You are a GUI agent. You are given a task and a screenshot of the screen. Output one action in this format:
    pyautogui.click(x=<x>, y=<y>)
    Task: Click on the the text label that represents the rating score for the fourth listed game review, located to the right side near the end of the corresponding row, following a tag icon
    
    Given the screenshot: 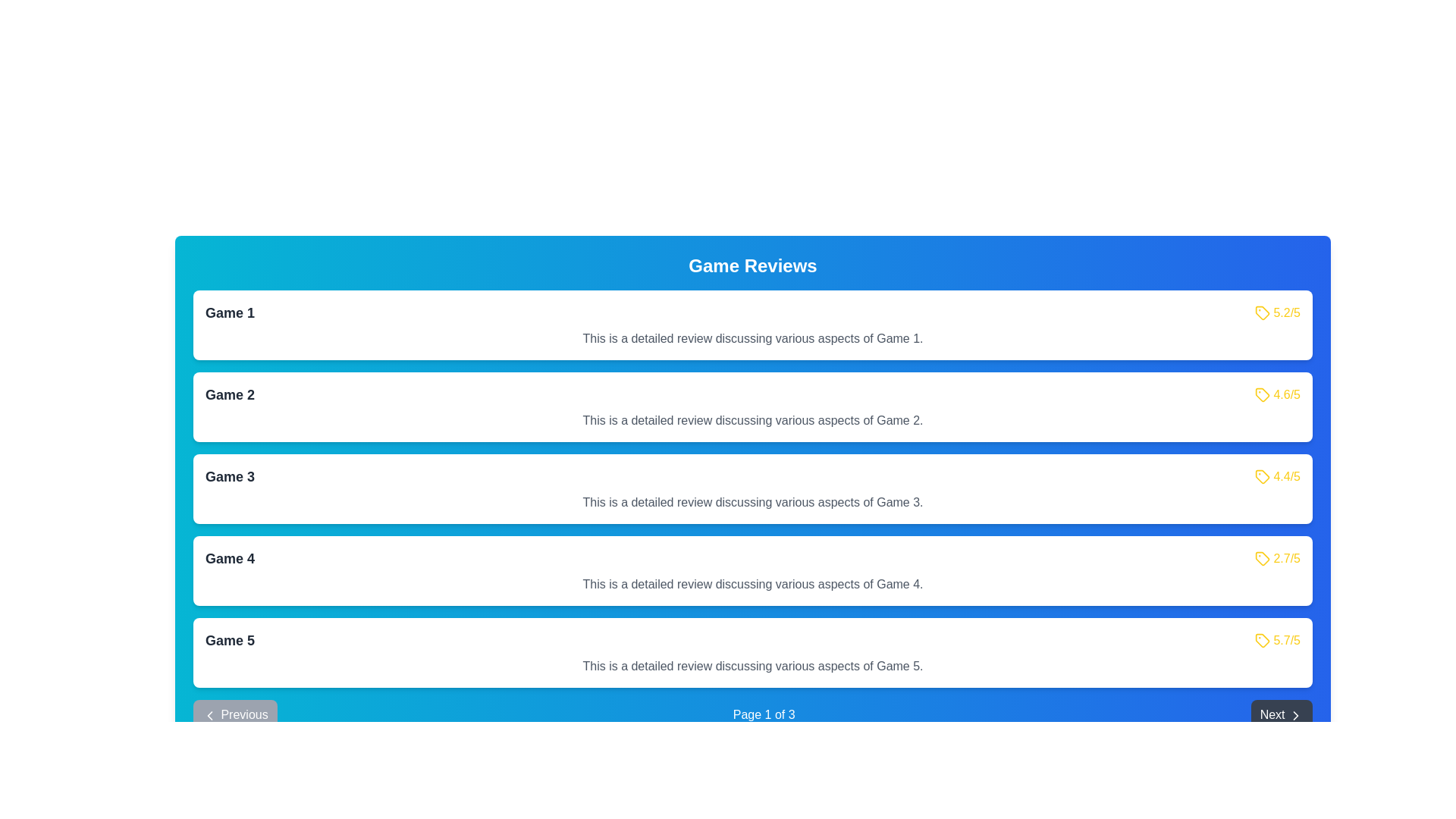 What is the action you would take?
    pyautogui.click(x=1286, y=558)
    